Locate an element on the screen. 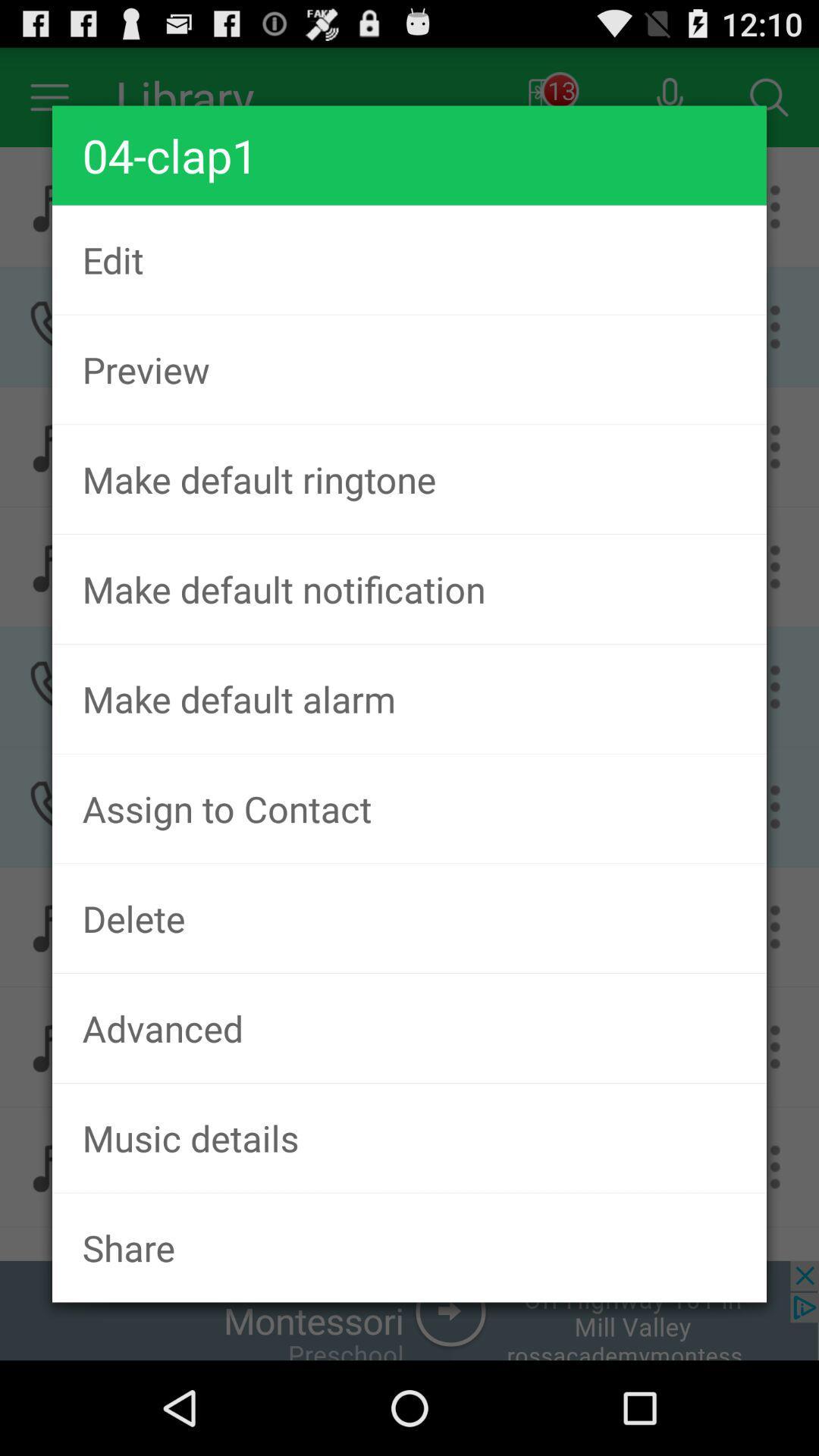 This screenshot has width=819, height=1456. assign to contact app is located at coordinates (409, 808).